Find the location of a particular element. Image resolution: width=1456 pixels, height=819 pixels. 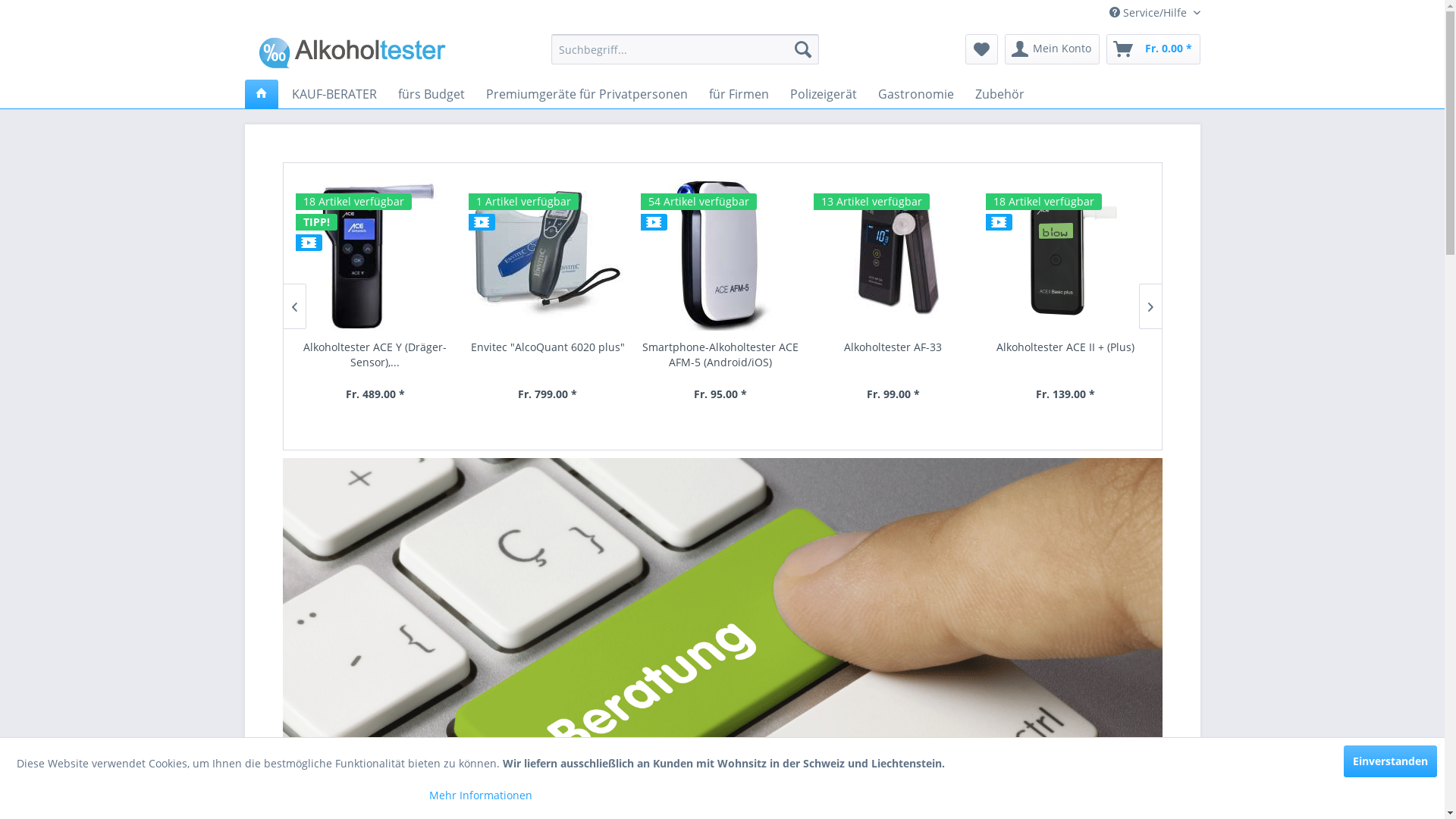

'Alkoholtester-Shop - zur Startseite wechseln' is located at coordinates (353, 52).